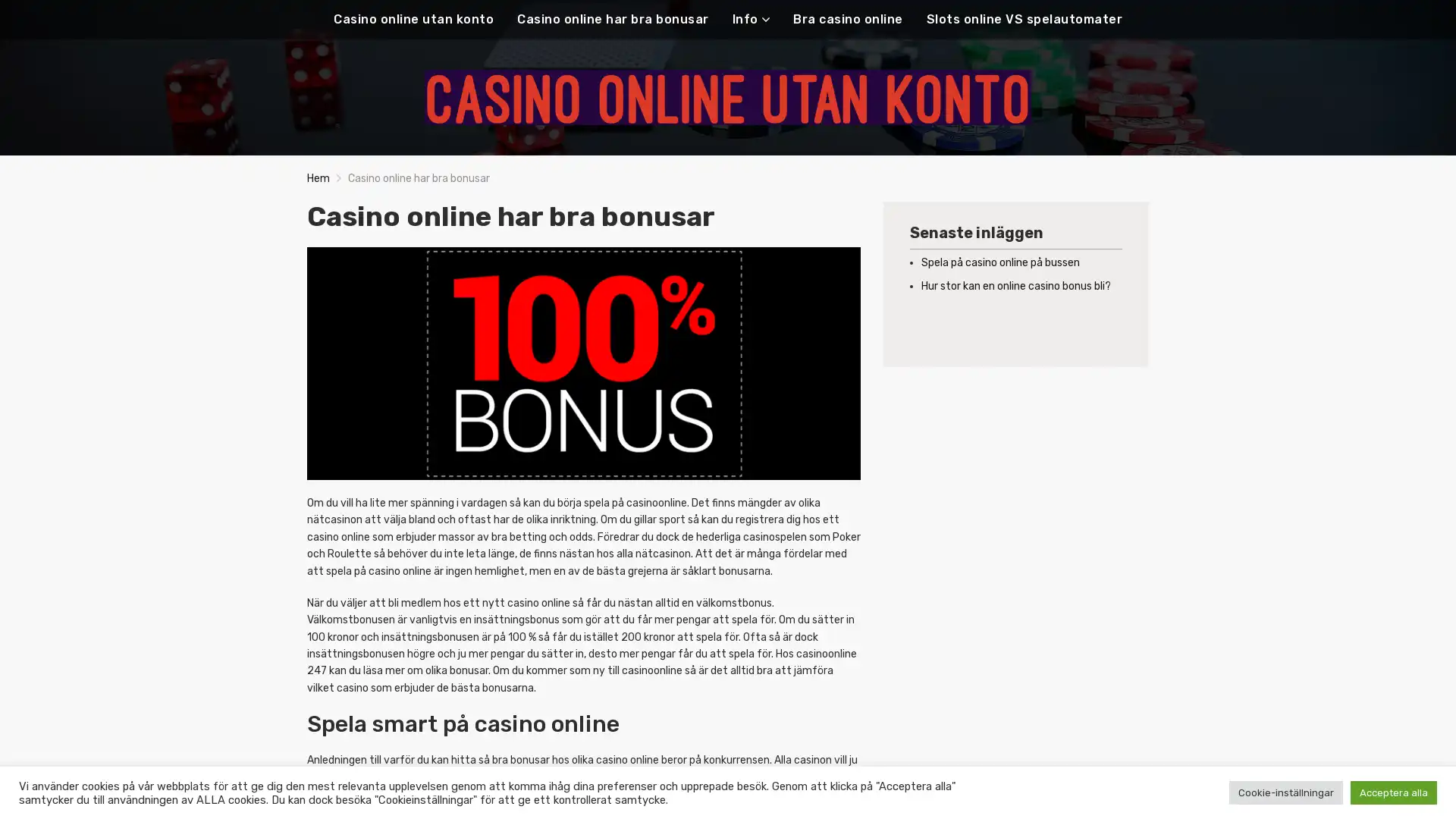 The height and width of the screenshot is (819, 1456). What do you see at coordinates (1394, 792) in the screenshot?
I see `Acceptera alla` at bounding box center [1394, 792].